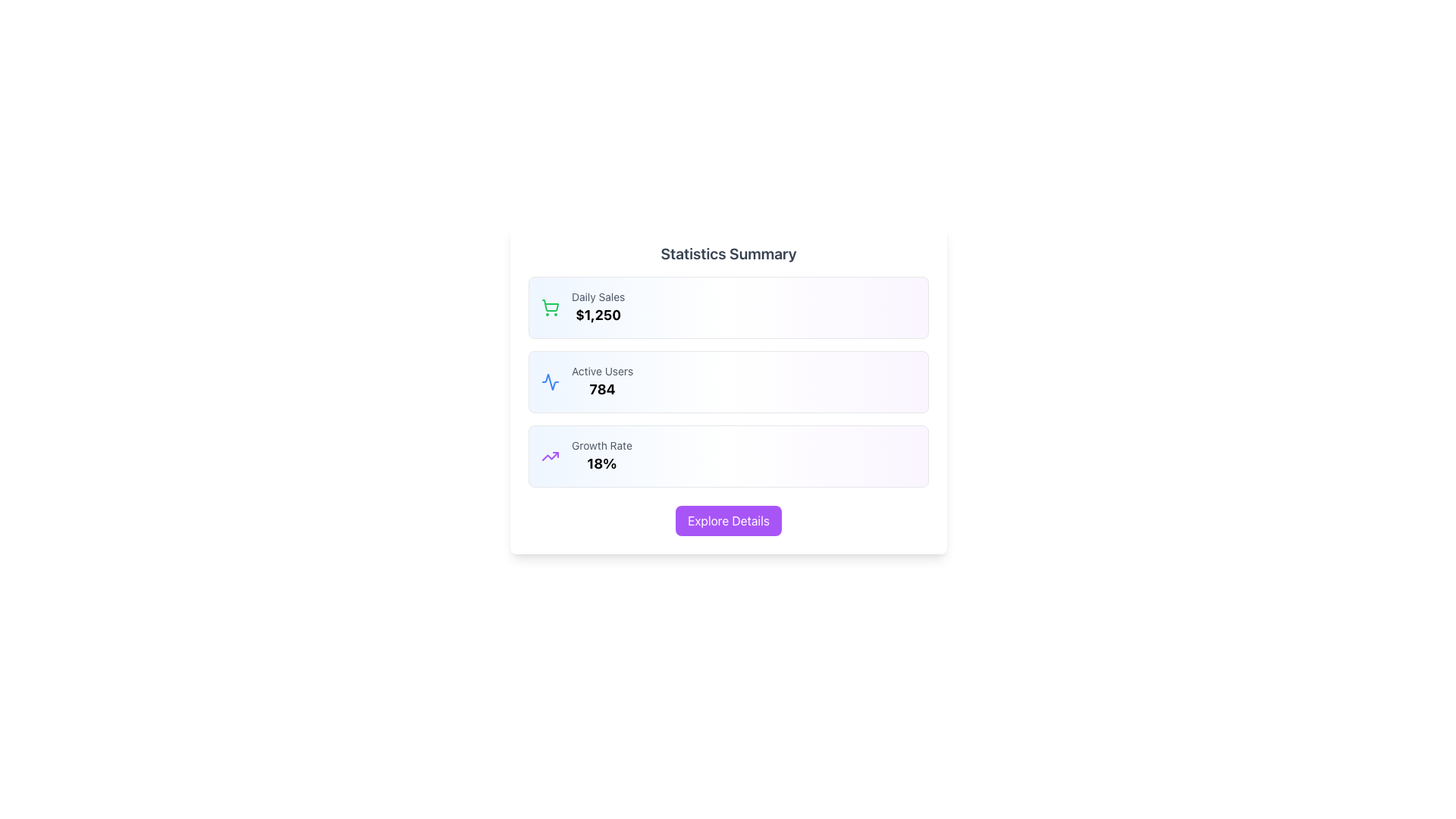 The image size is (1456, 819). What do you see at coordinates (601, 444) in the screenshot?
I see `the text label that specifies the growth rate statistic, located above the '18%' text in the bottom section of the three vertically stacked cards` at bounding box center [601, 444].